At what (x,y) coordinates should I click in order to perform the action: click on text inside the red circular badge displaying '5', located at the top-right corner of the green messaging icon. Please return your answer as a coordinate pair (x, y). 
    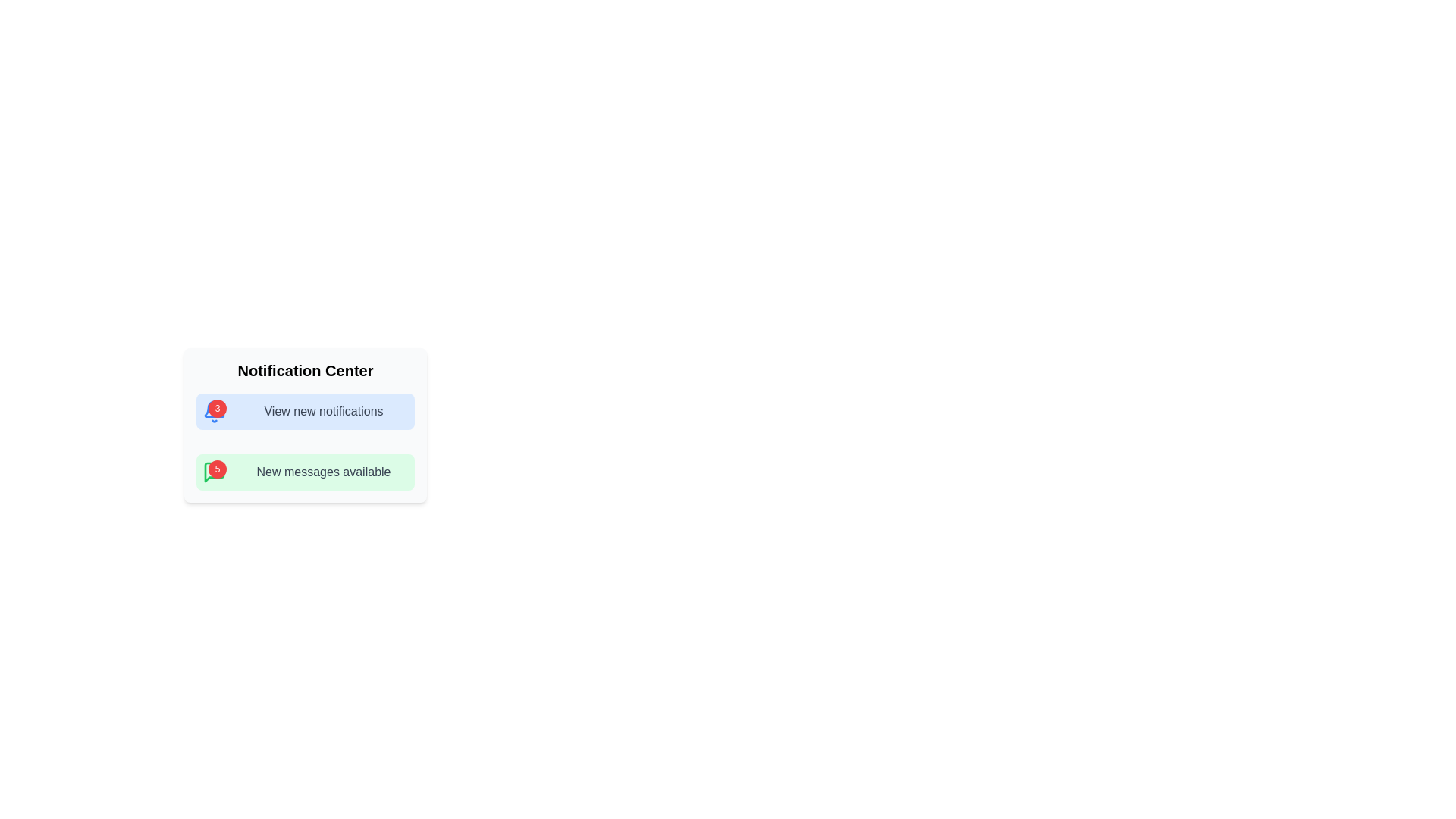
    Looking at the image, I should click on (214, 472).